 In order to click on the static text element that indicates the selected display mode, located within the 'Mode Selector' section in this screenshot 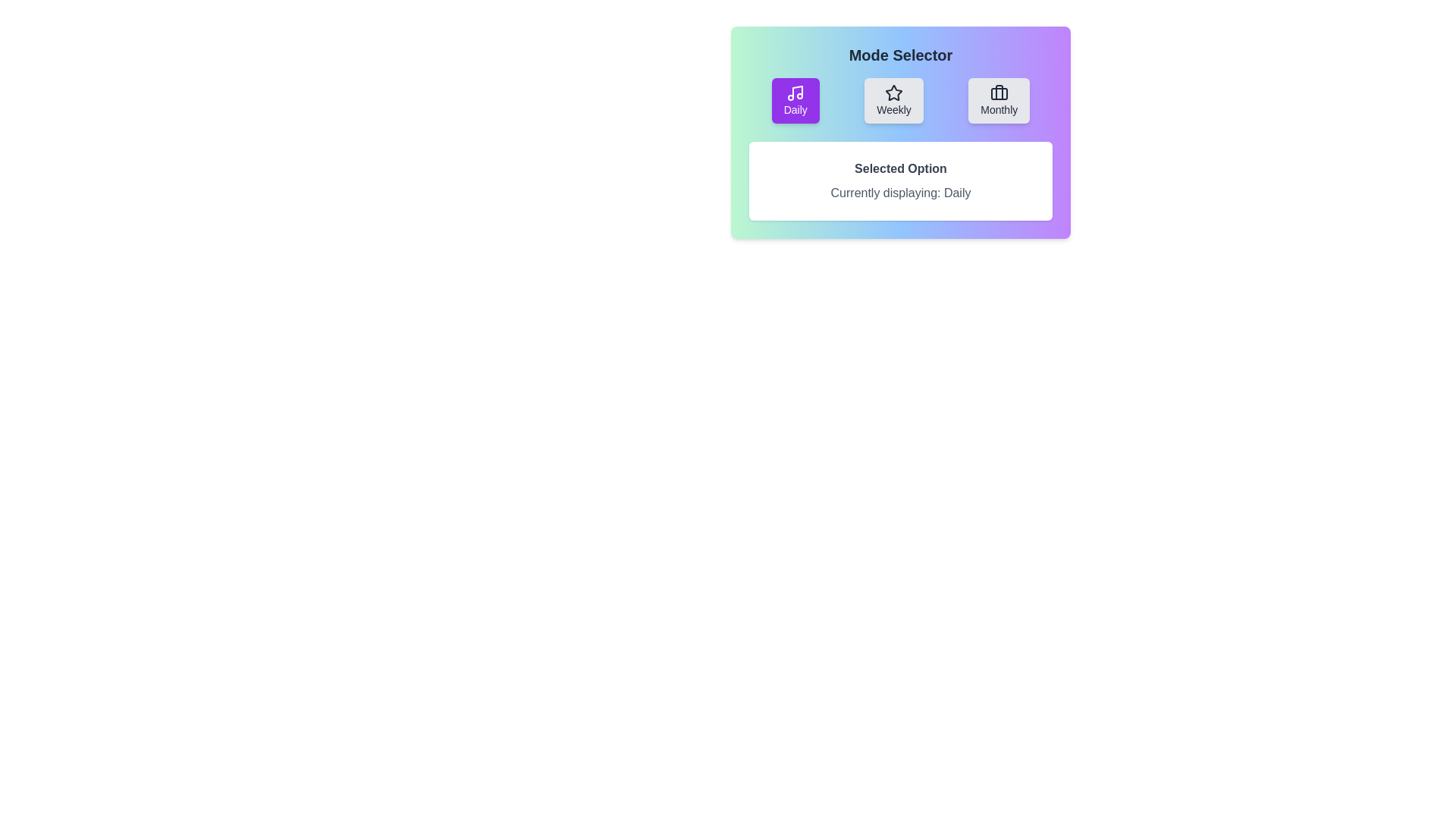, I will do `click(901, 192)`.